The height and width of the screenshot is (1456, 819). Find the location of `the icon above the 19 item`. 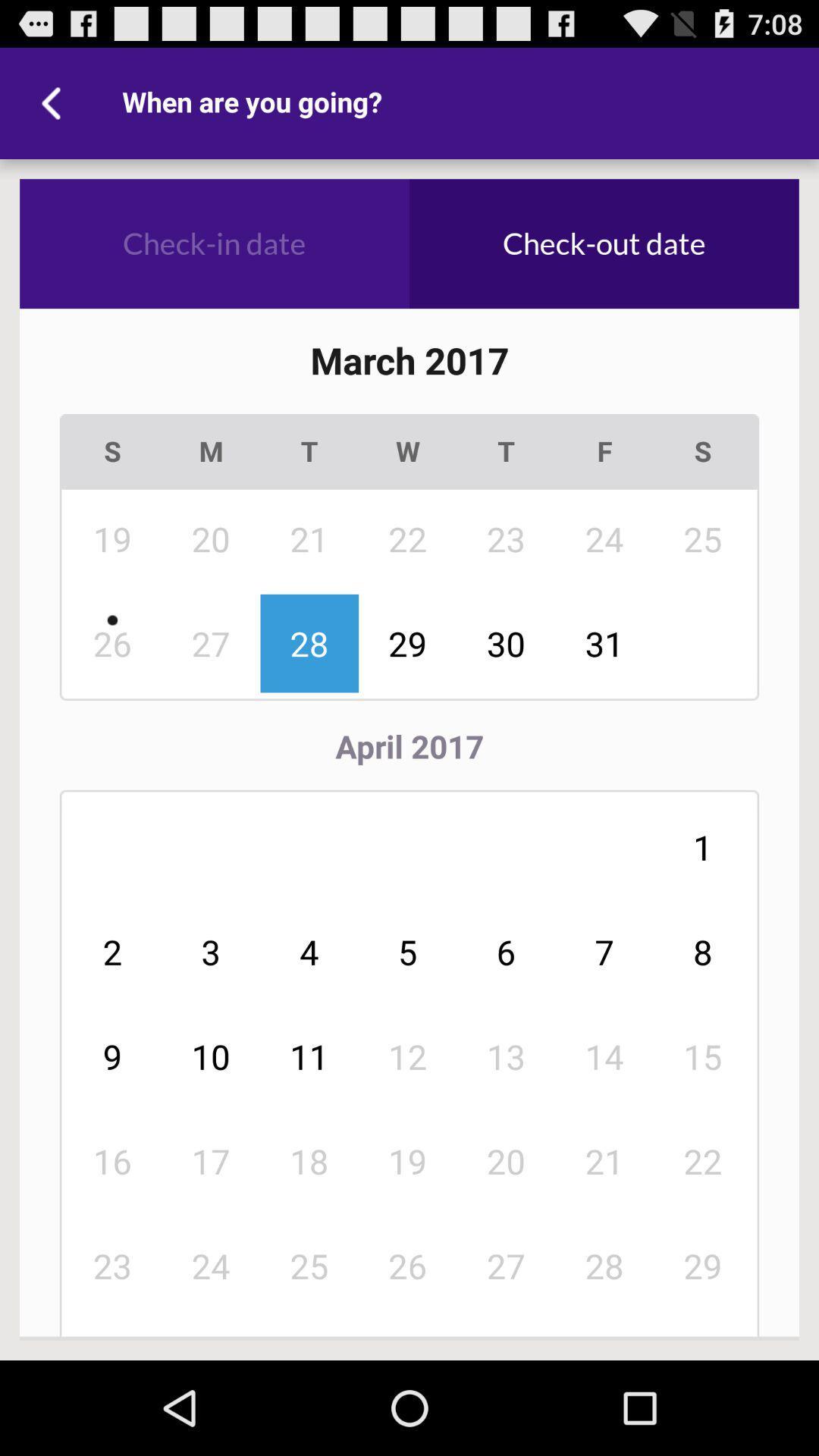

the icon above the 19 item is located at coordinates (211, 450).